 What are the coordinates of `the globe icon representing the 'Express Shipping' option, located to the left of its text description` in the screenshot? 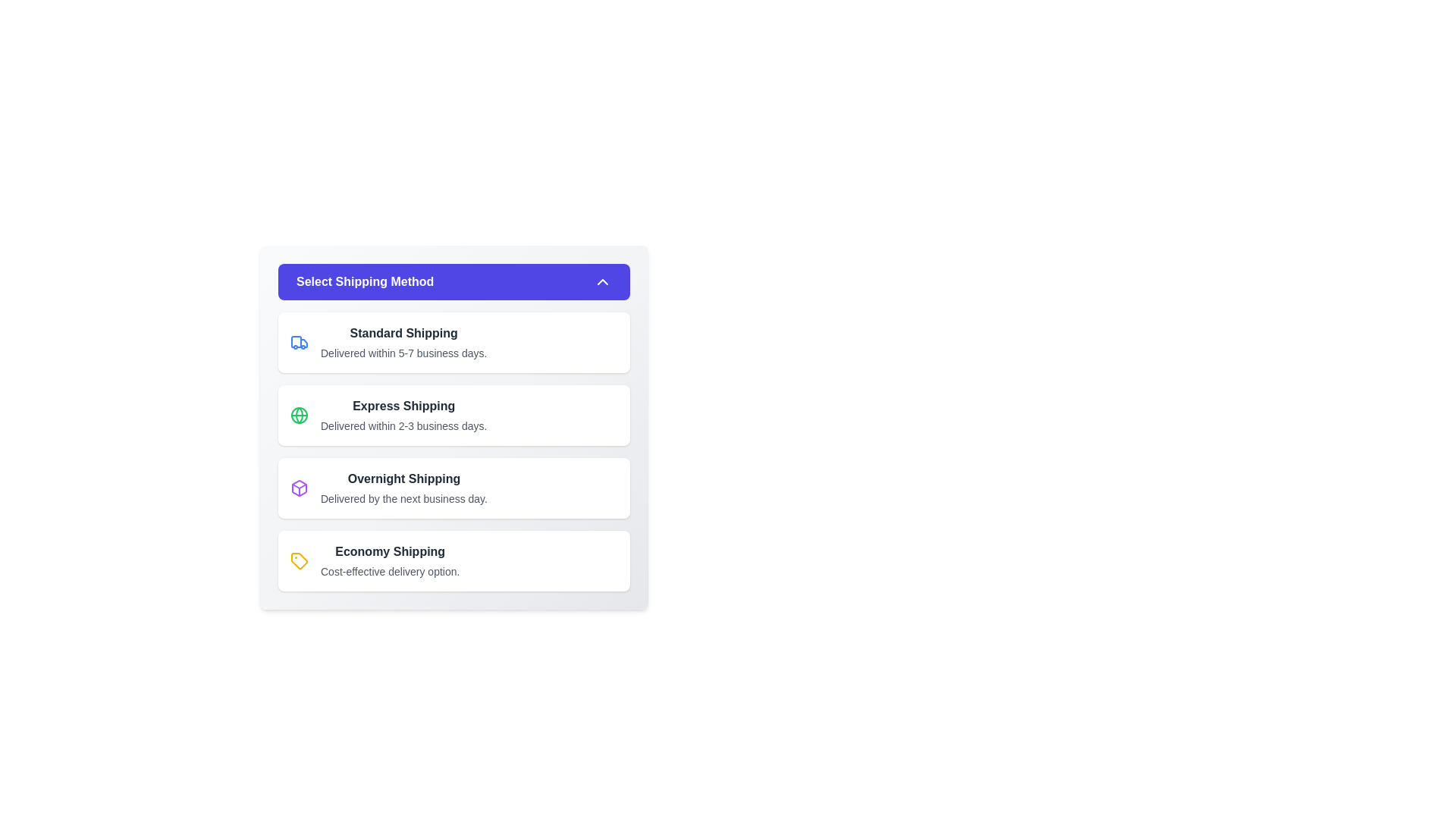 It's located at (299, 415).